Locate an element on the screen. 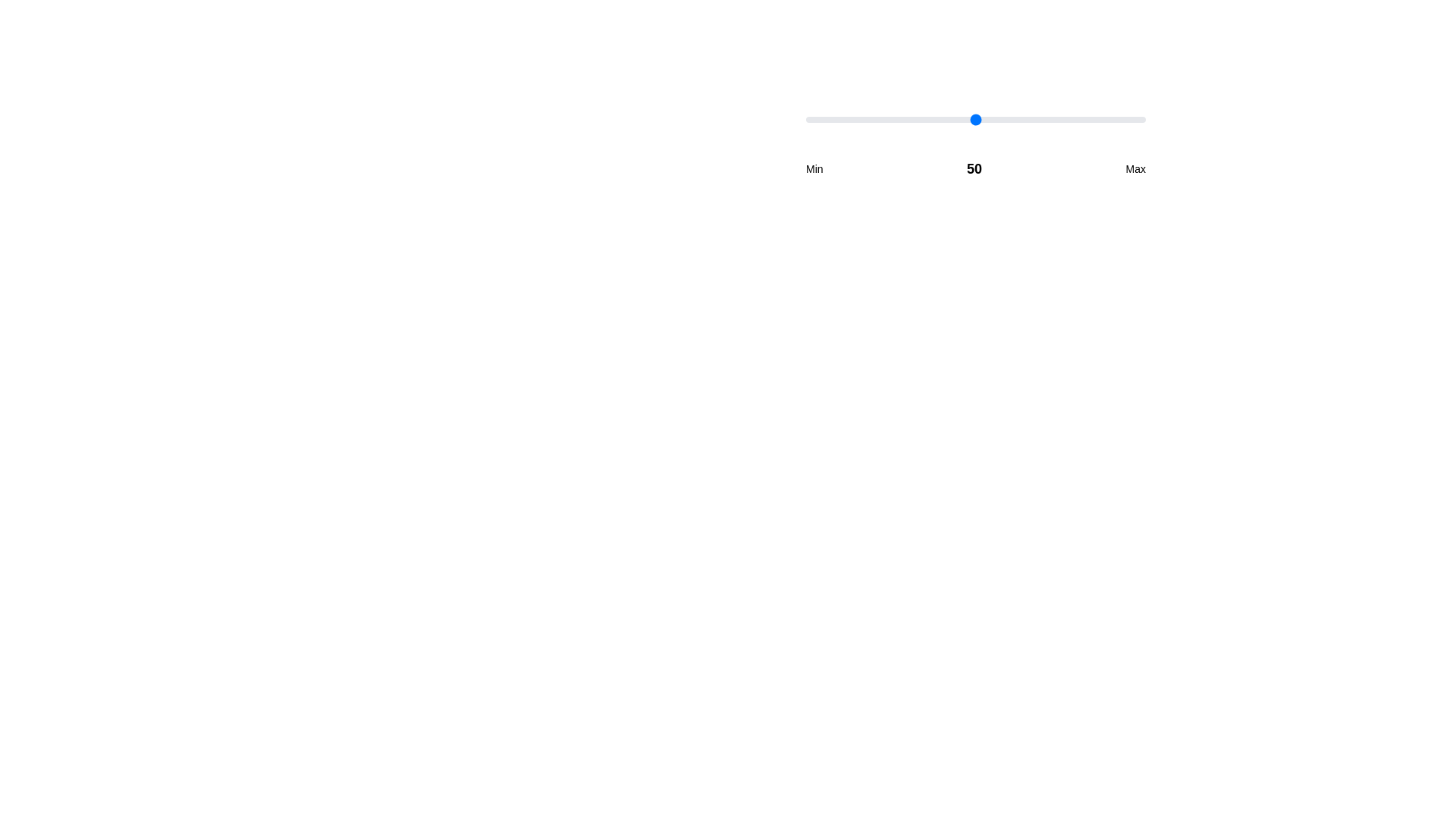  the slider is located at coordinates (924, 119).